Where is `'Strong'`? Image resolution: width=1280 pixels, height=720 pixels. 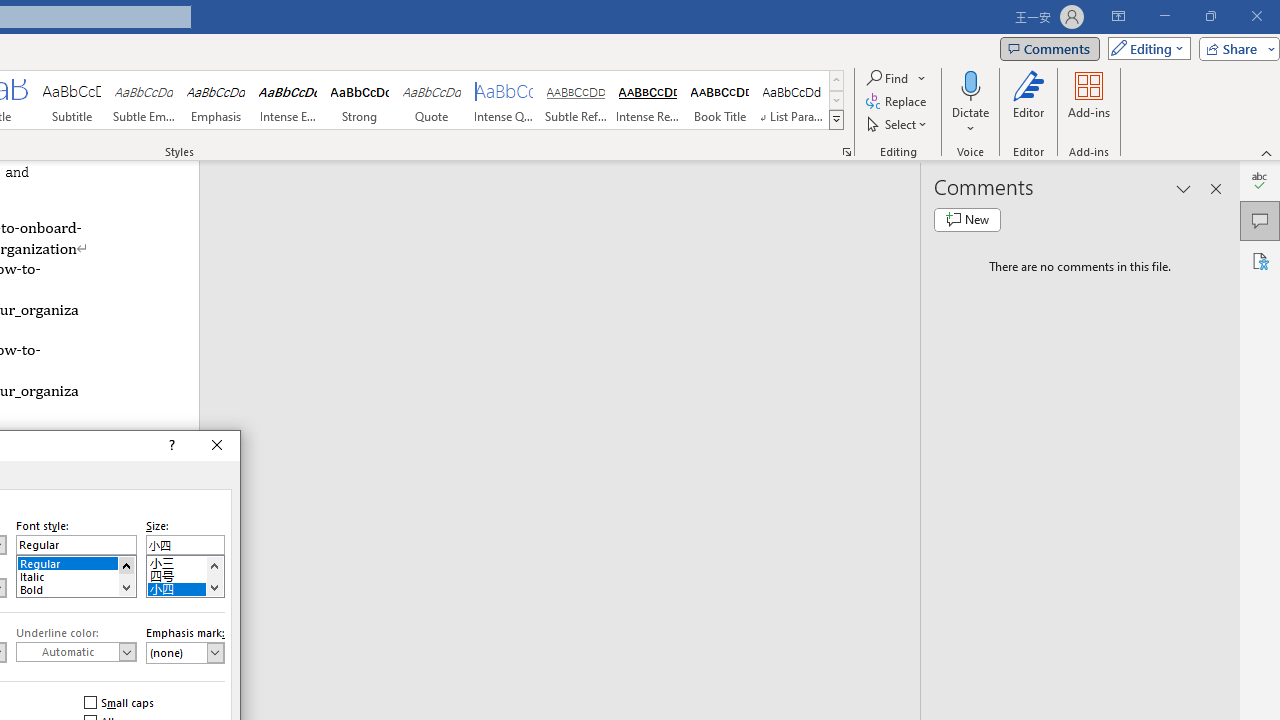 'Strong' is located at coordinates (359, 100).